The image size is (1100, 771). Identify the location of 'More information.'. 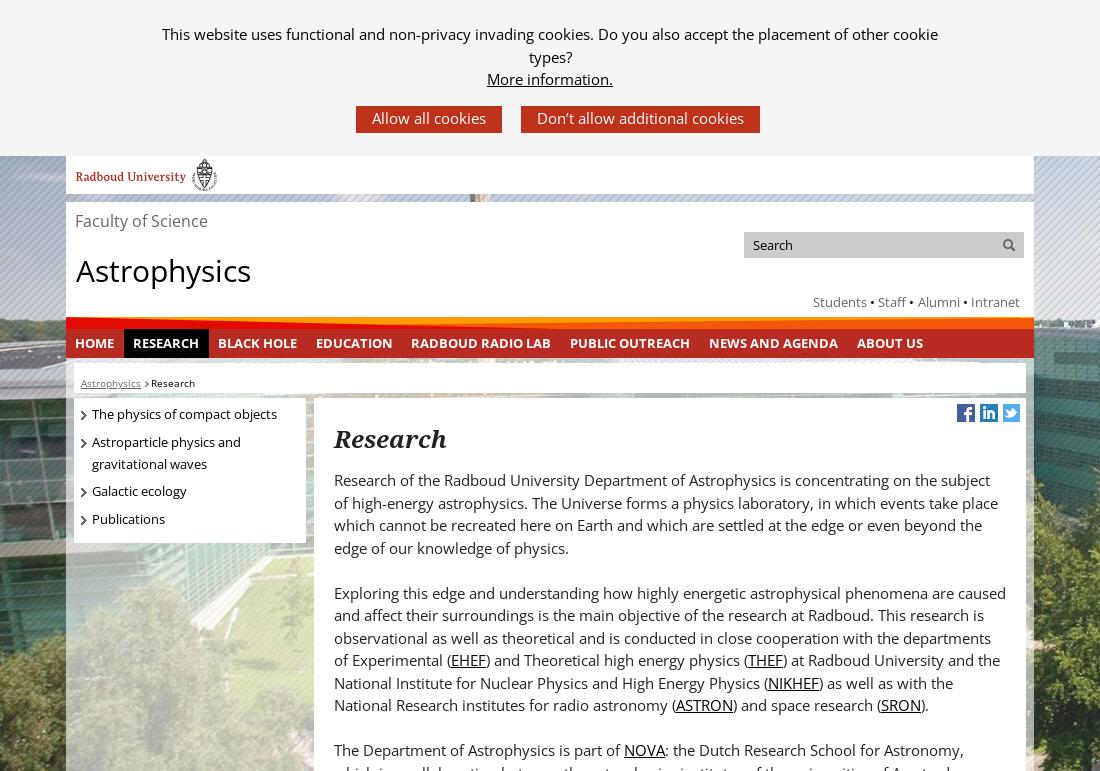
(550, 79).